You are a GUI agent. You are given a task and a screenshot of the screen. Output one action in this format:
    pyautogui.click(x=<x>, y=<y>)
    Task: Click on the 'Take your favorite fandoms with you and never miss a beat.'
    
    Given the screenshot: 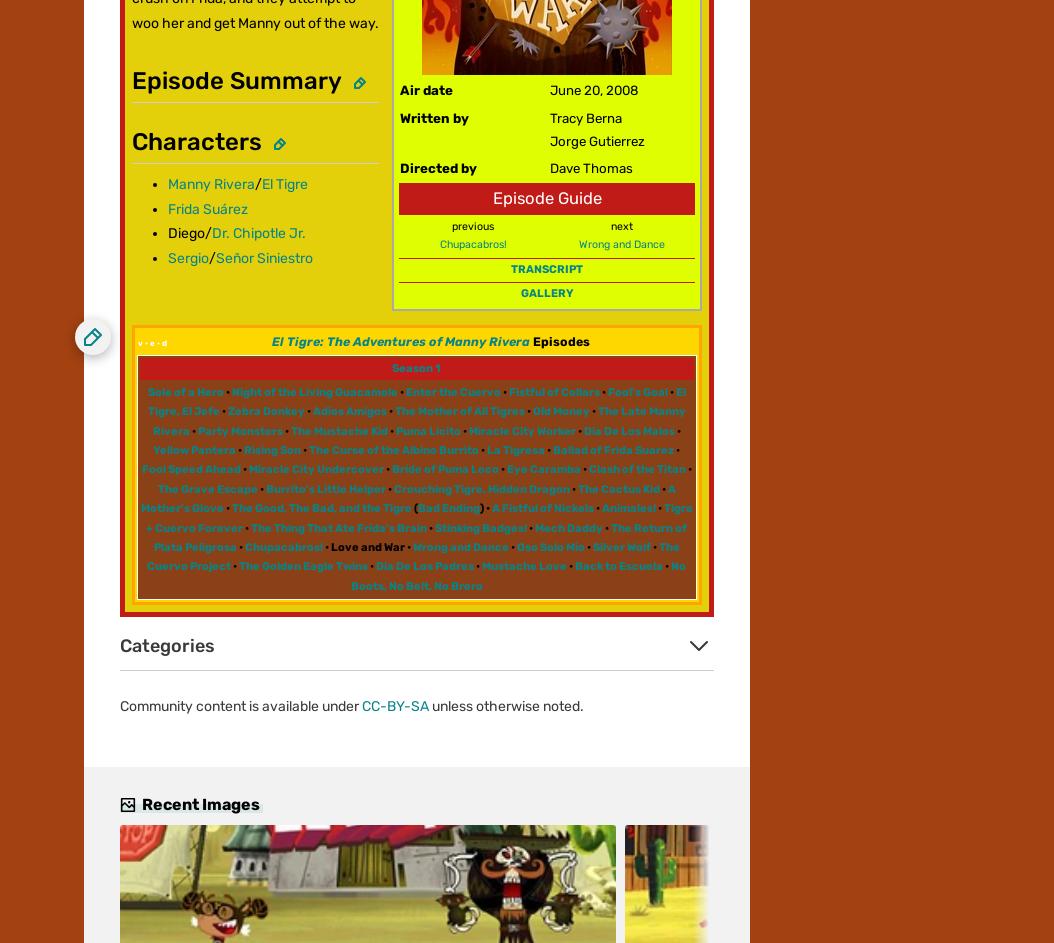 What is the action you would take?
    pyautogui.click(x=271, y=332)
    